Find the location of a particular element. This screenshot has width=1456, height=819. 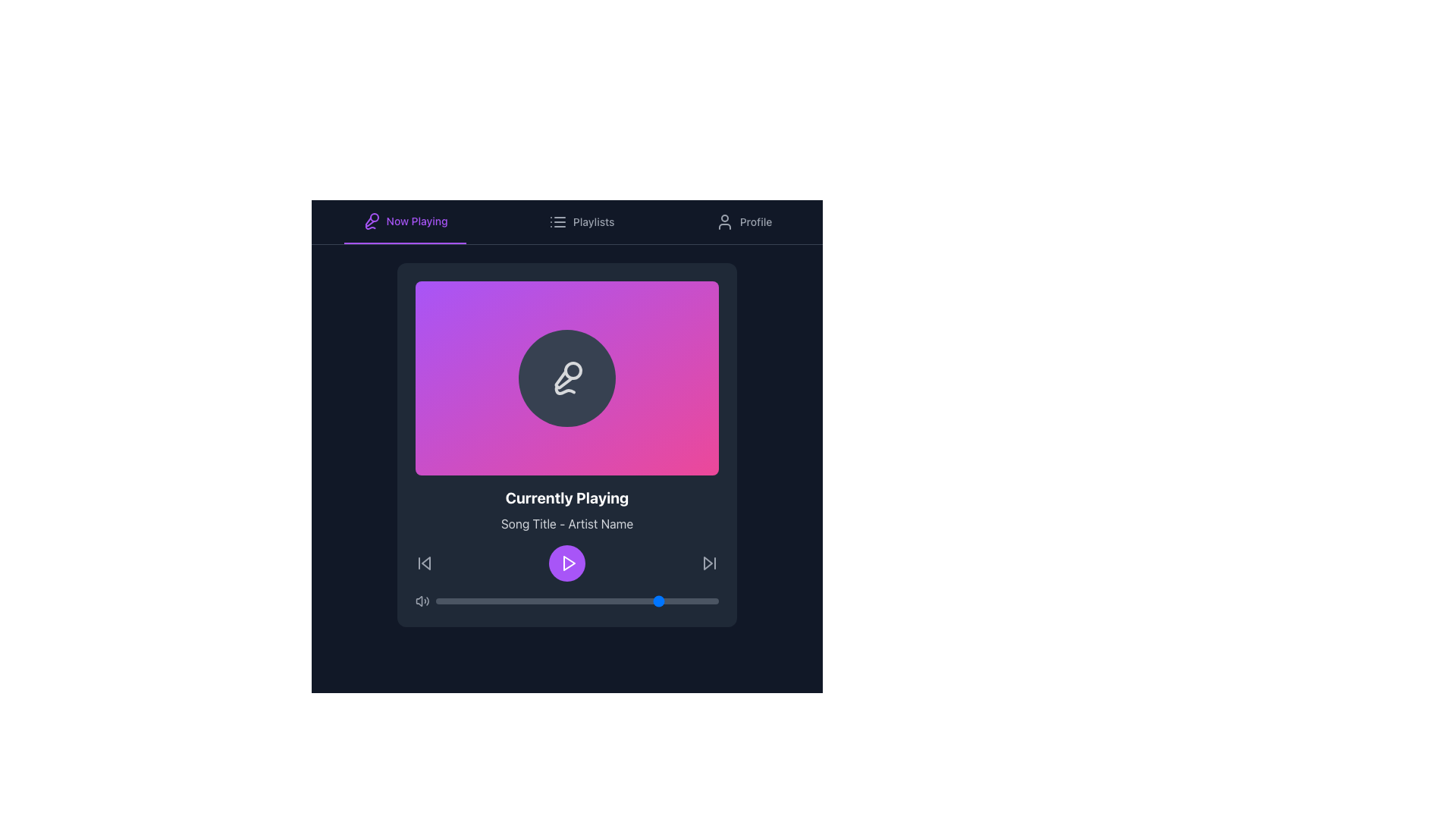

the user silhouette icon located in the top-right corner of the navigation bar is located at coordinates (723, 222).